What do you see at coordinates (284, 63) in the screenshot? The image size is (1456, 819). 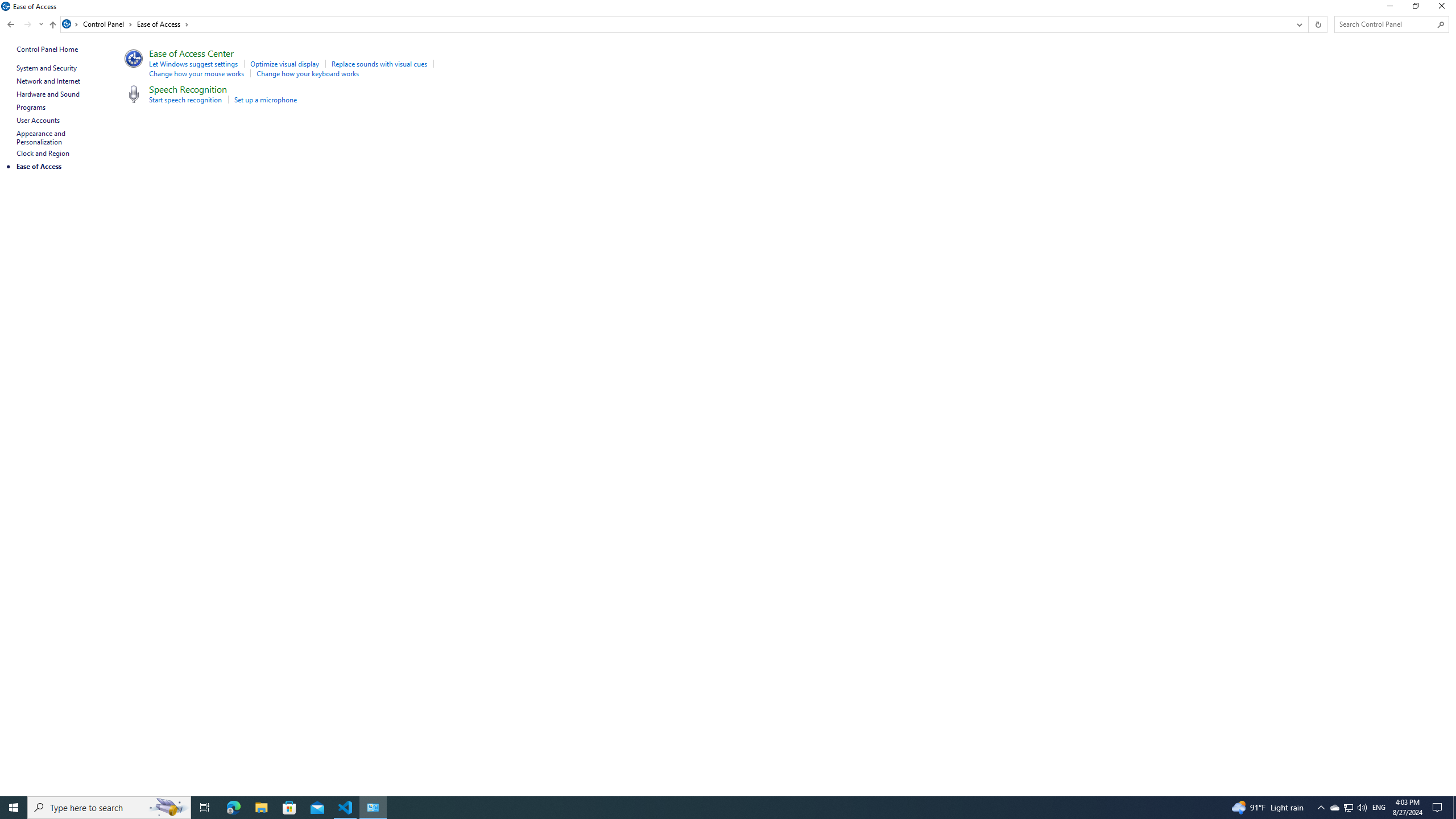 I see `'Optimize visual display'` at bounding box center [284, 63].